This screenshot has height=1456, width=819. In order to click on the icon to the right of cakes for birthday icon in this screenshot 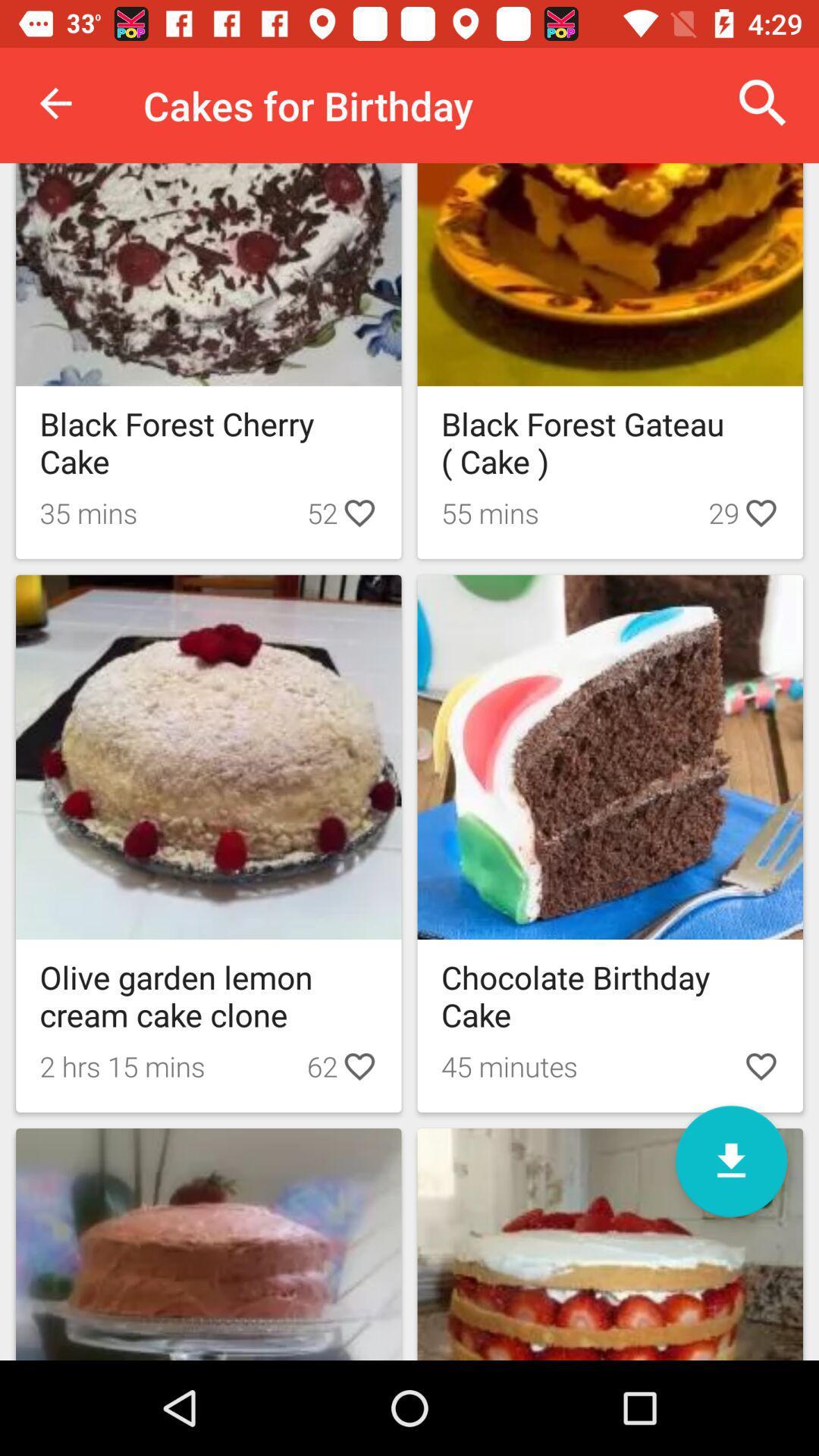, I will do `click(763, 102)`.